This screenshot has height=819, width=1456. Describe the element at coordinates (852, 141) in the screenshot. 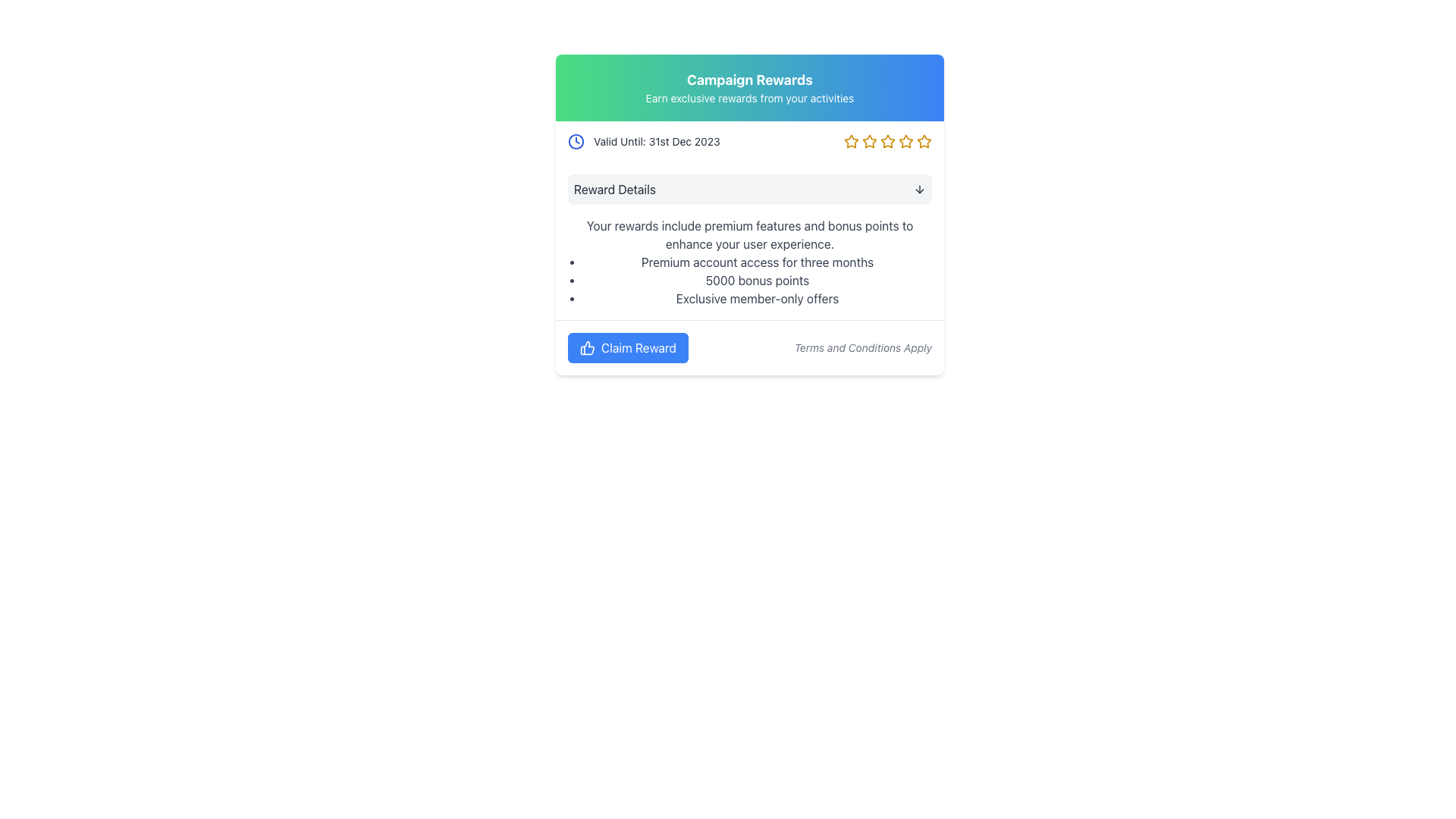

I see `the first star icon in the rating widget` at that location.